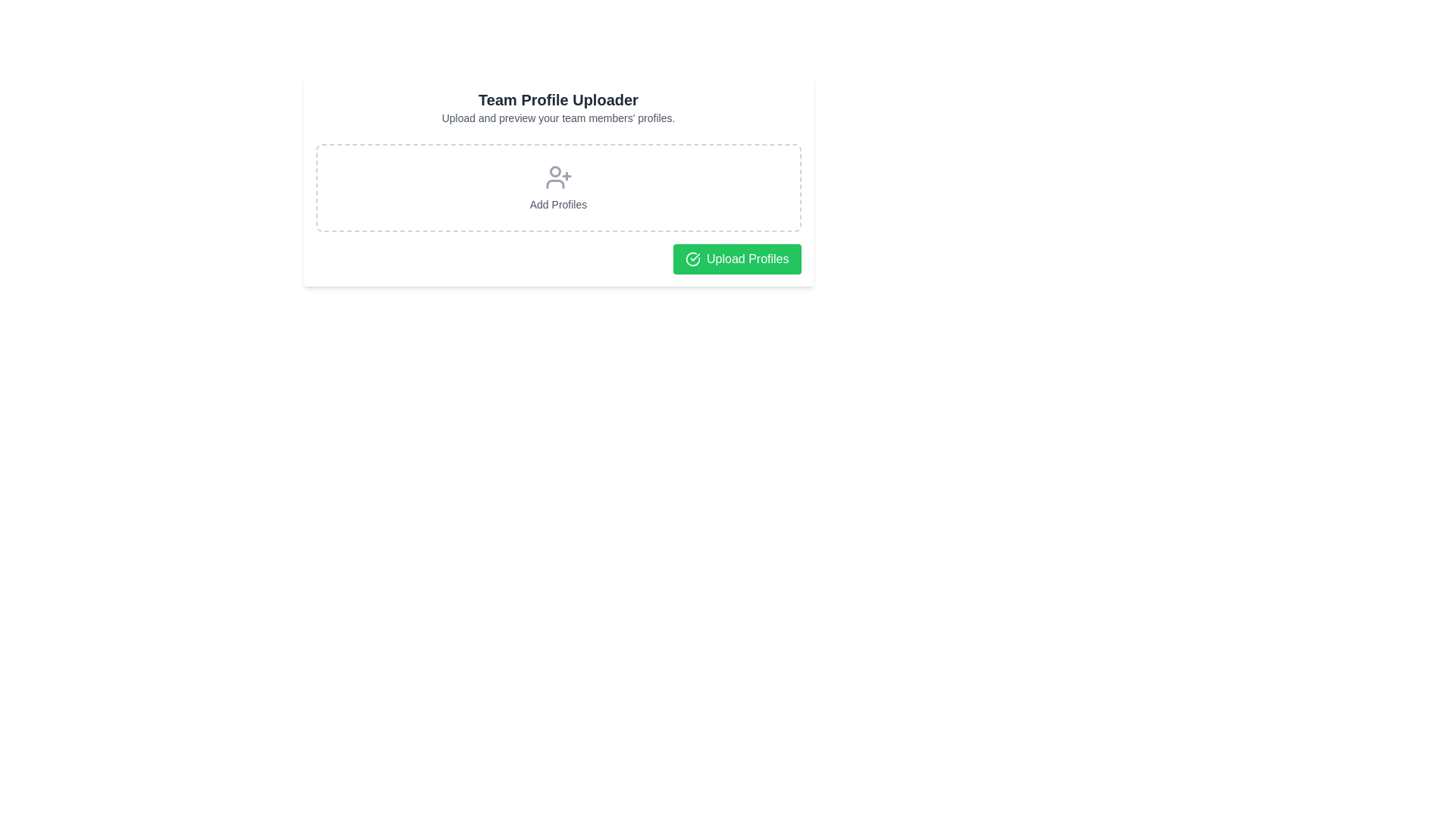 The height and width of the screenshot is (819, 1456). I want to click on the Text Label that clarifies the purpose of the rectangular area for adding profiles, located below the user icon with a plus sign, so click(557, 205).